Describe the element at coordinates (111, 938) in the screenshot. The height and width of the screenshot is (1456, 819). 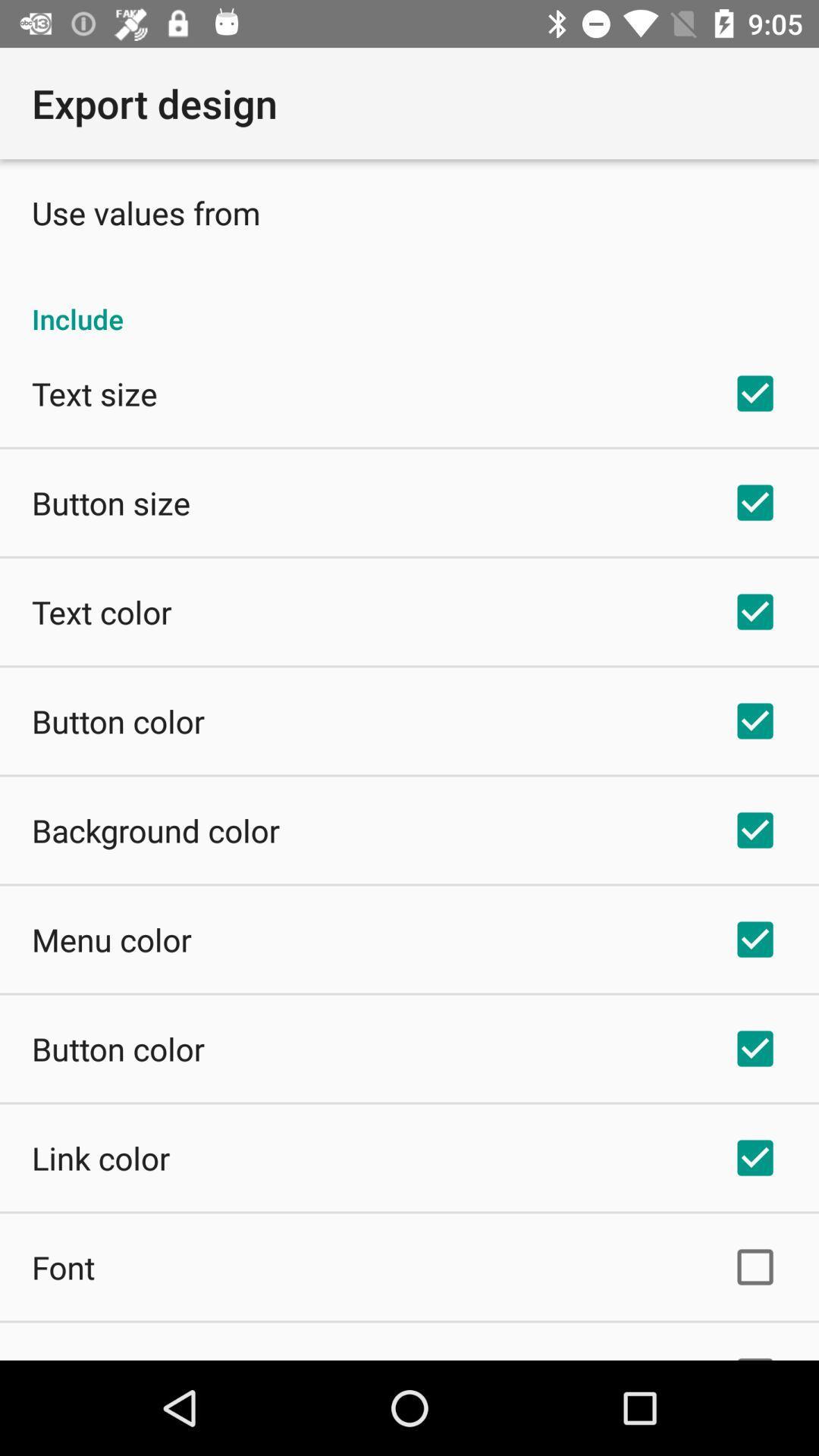
I see `app below the background color app` at that location.